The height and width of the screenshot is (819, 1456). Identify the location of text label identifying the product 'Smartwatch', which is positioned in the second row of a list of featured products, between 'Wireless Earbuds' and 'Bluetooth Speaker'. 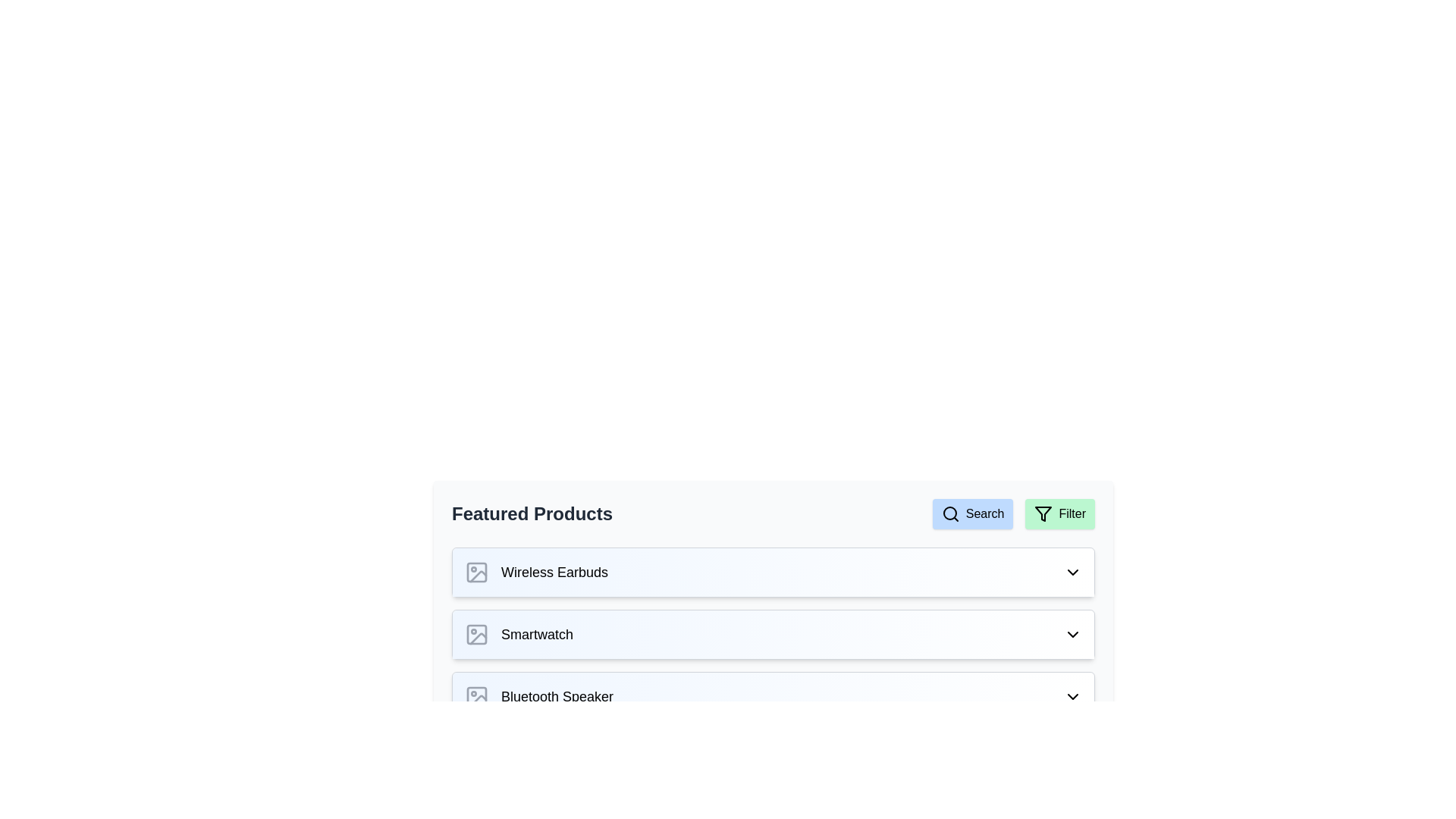
(537, 635).